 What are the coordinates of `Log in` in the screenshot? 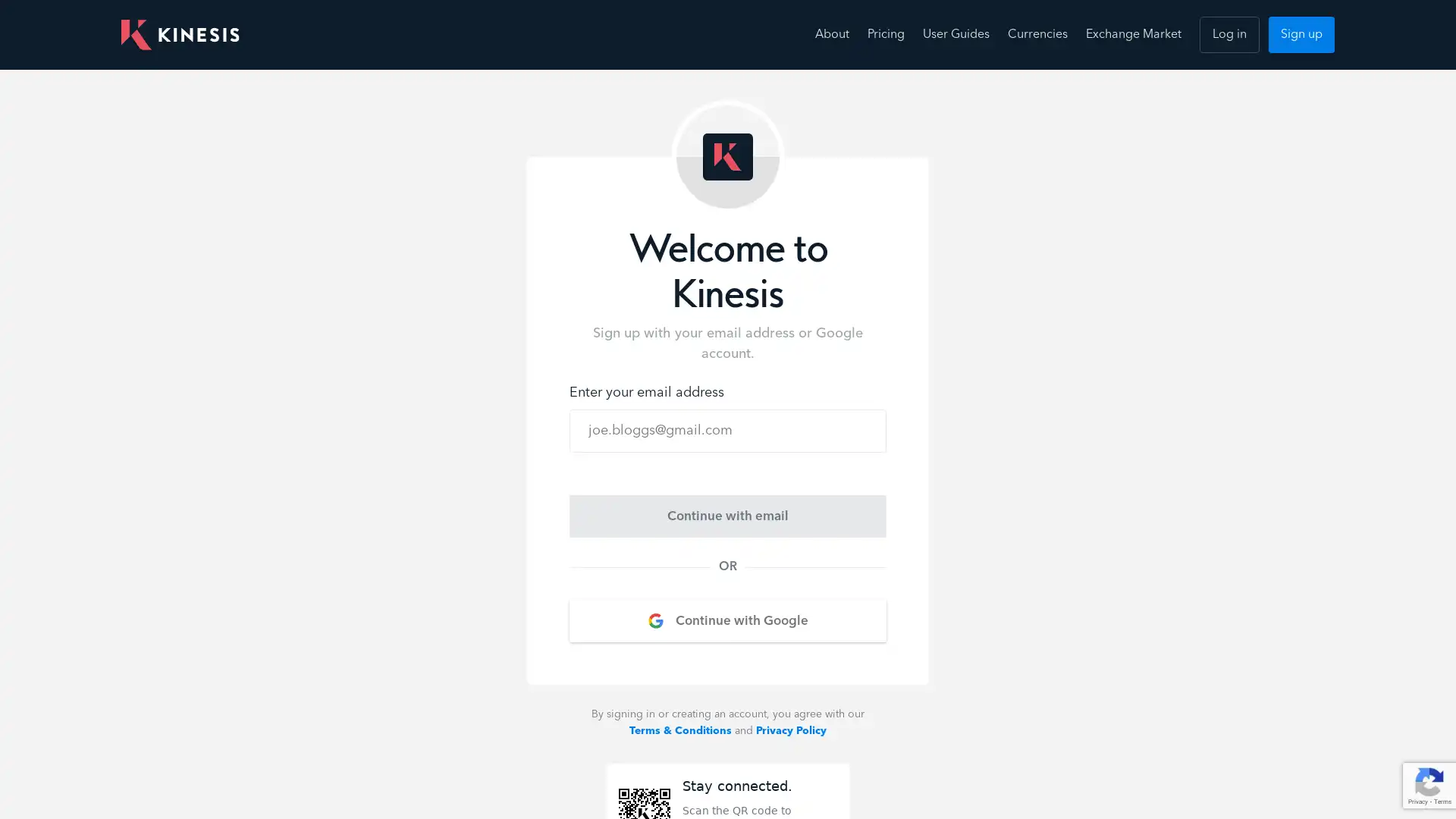 It's located at (1229, 34).